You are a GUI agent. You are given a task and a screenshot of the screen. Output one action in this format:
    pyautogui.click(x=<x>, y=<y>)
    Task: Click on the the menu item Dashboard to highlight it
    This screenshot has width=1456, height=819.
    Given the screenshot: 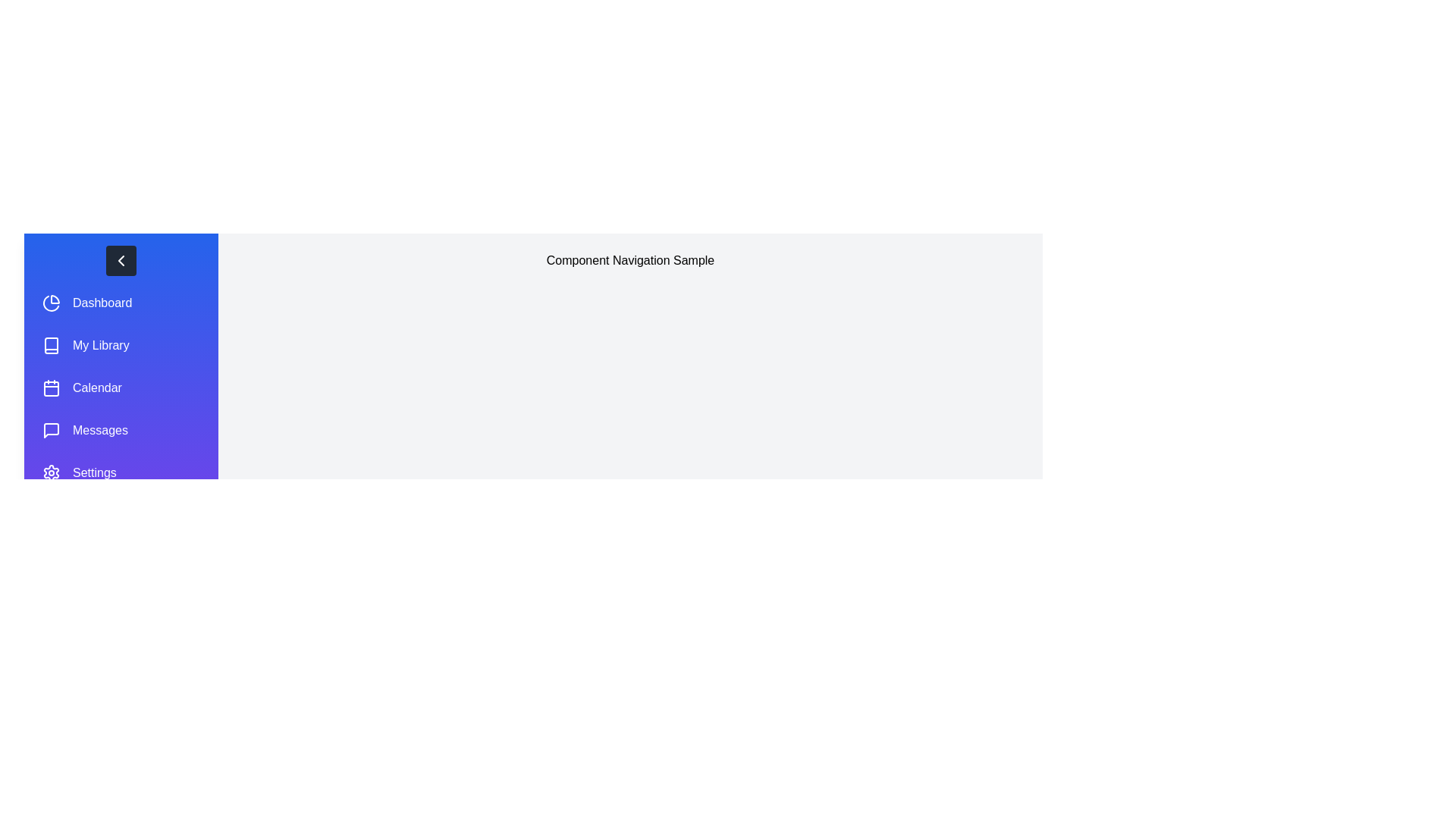 What is the action you would take?
    pyautogui.click(x=120, y=303)
    